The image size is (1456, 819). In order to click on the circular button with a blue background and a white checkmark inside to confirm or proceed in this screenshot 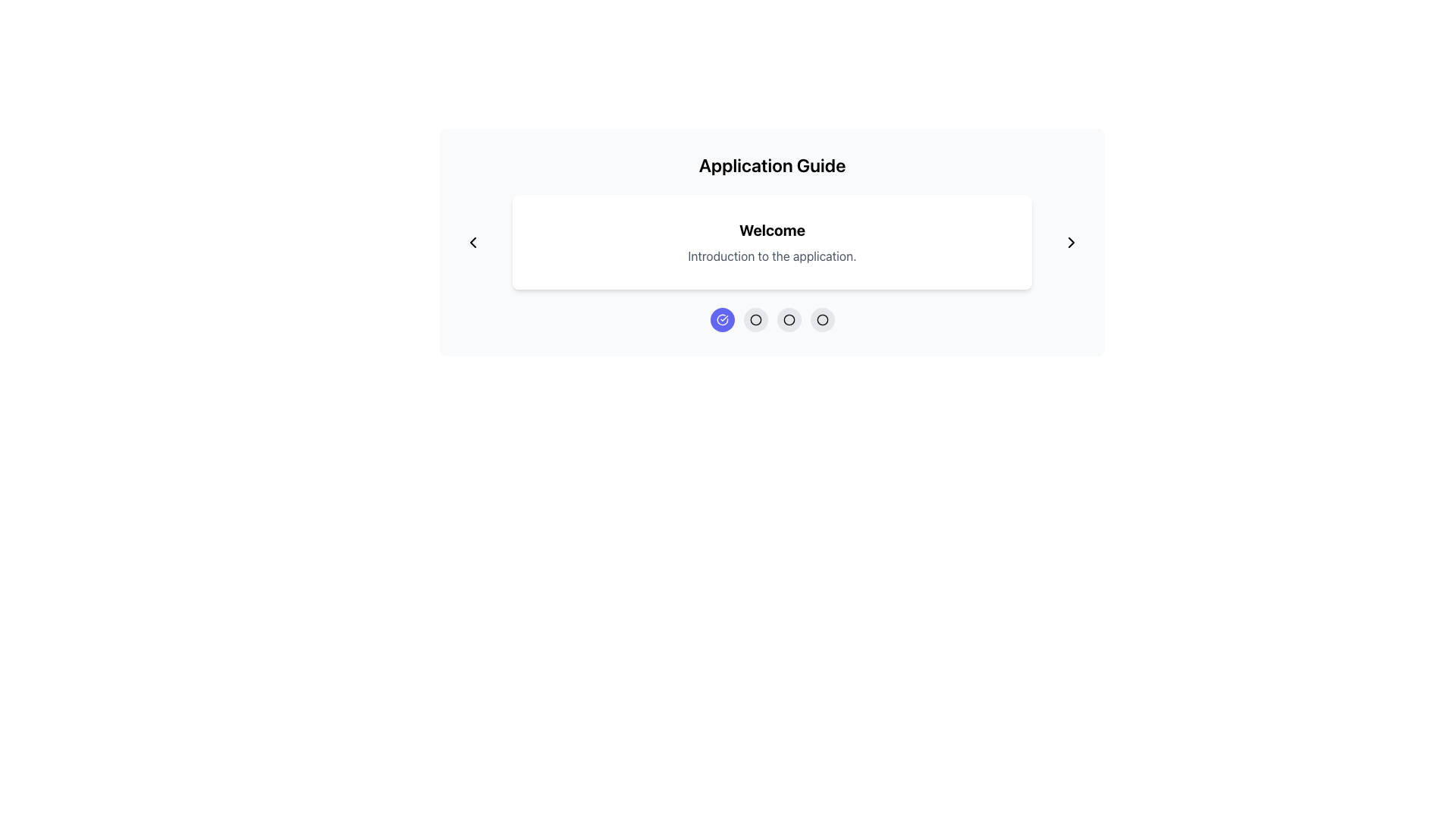, I will do `click(721, 318)`.